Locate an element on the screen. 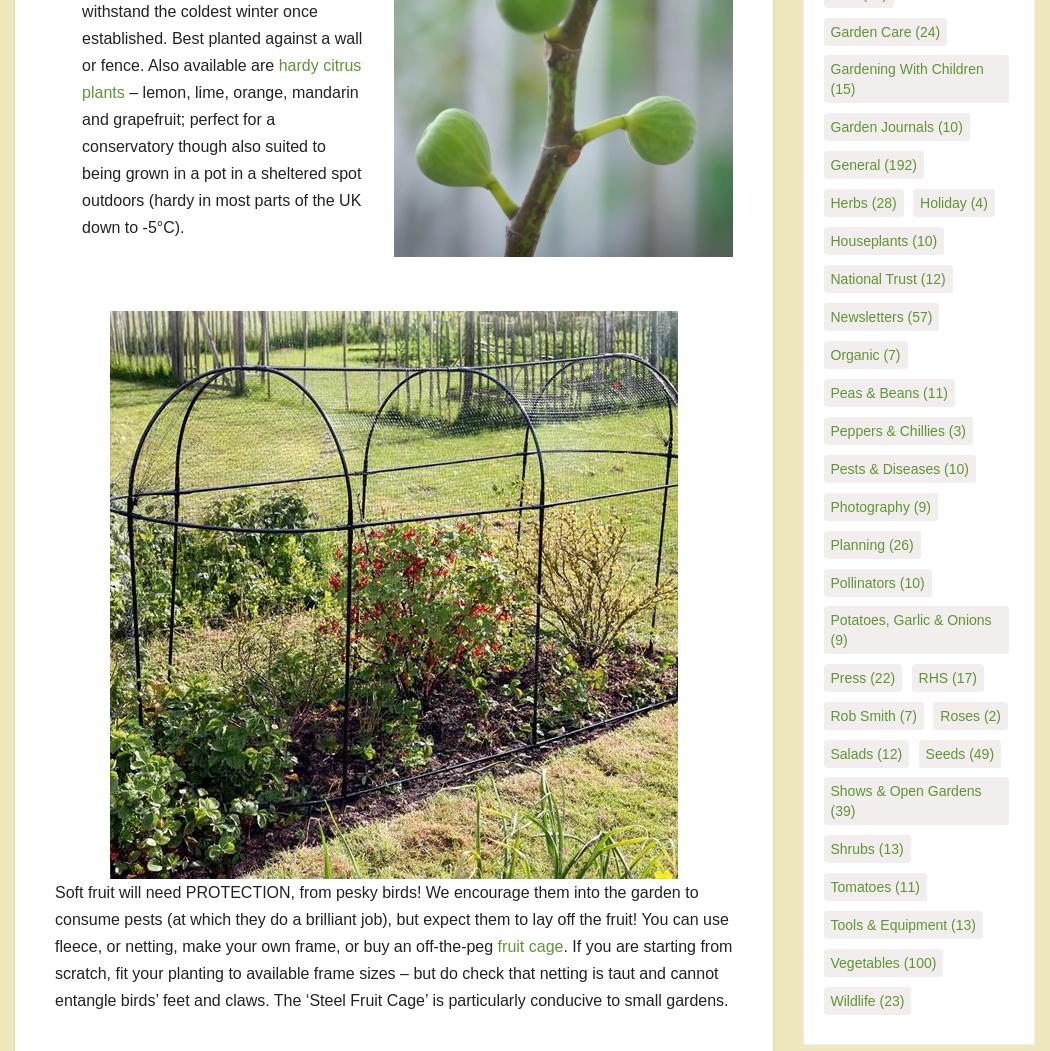  '(4)' is located at coordinates (976, 202).